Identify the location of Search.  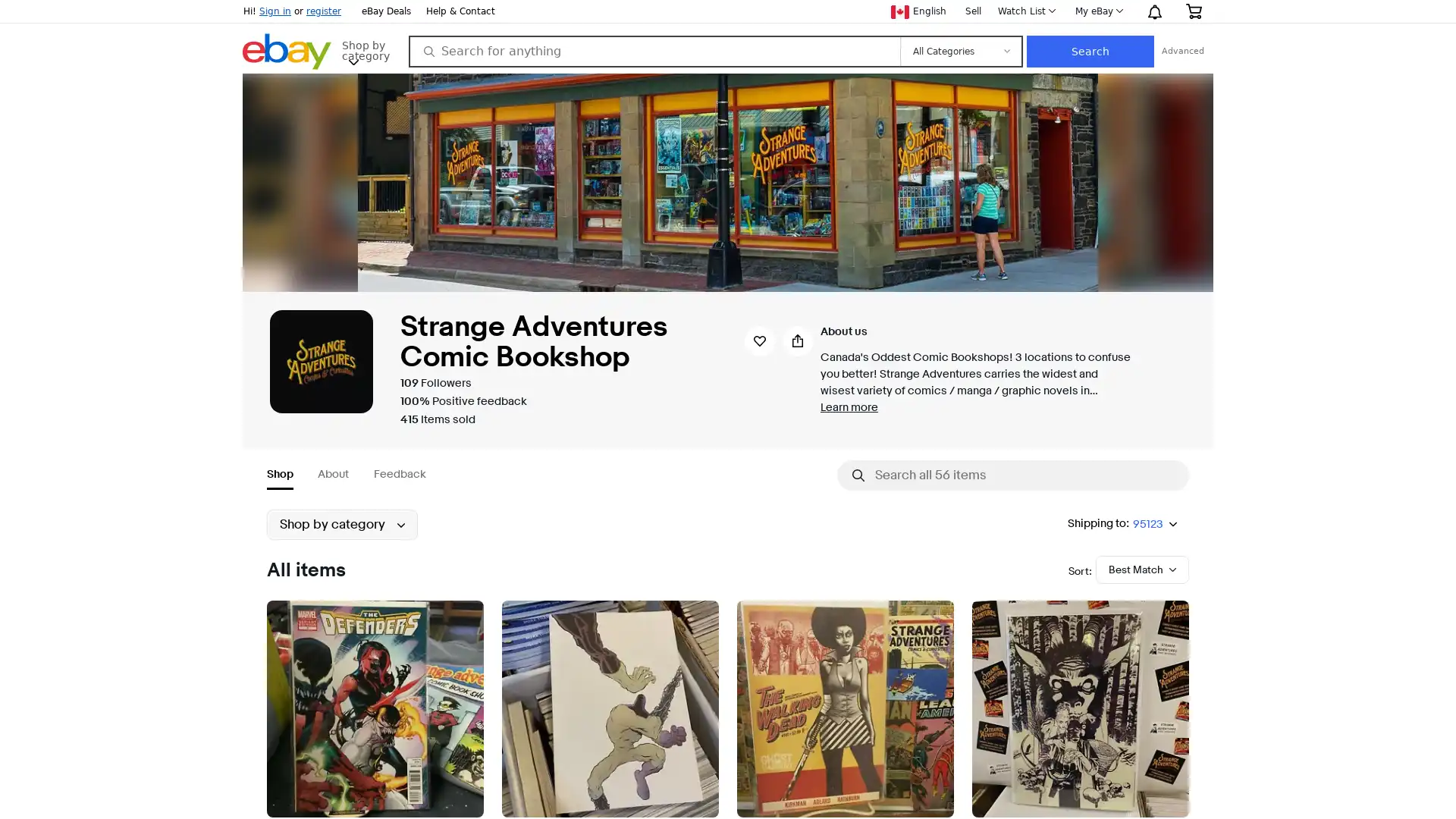
(1090, 51).